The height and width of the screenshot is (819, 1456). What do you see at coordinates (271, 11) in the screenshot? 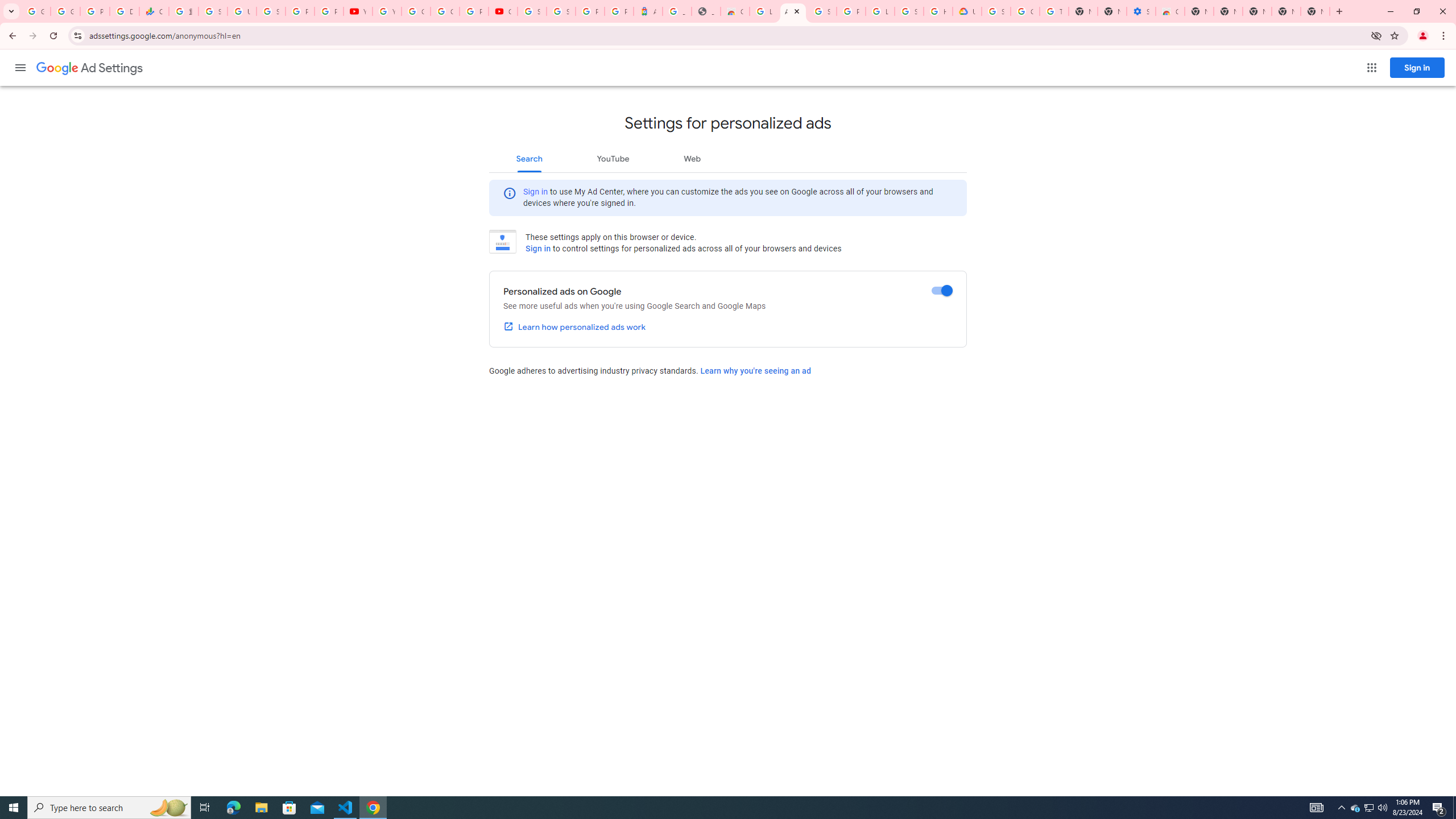
I see `'Sign in - Google Accounts'` at bounding box center [271, 11].